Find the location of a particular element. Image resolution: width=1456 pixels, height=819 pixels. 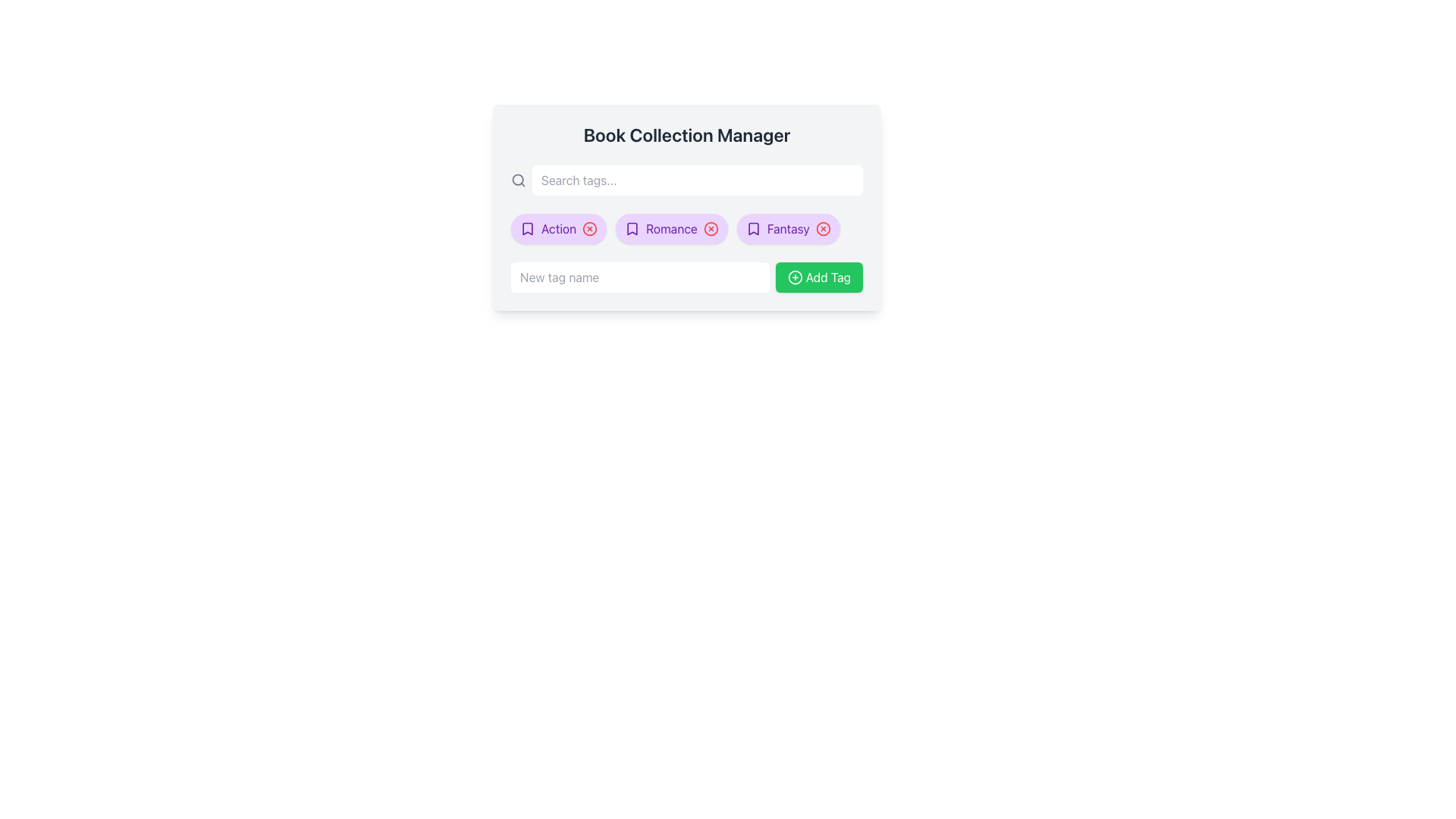

the bookmark icon within the 'Fantasy' tag, positioned to the left of the close (x) icon is located at coordinates (753, 228).